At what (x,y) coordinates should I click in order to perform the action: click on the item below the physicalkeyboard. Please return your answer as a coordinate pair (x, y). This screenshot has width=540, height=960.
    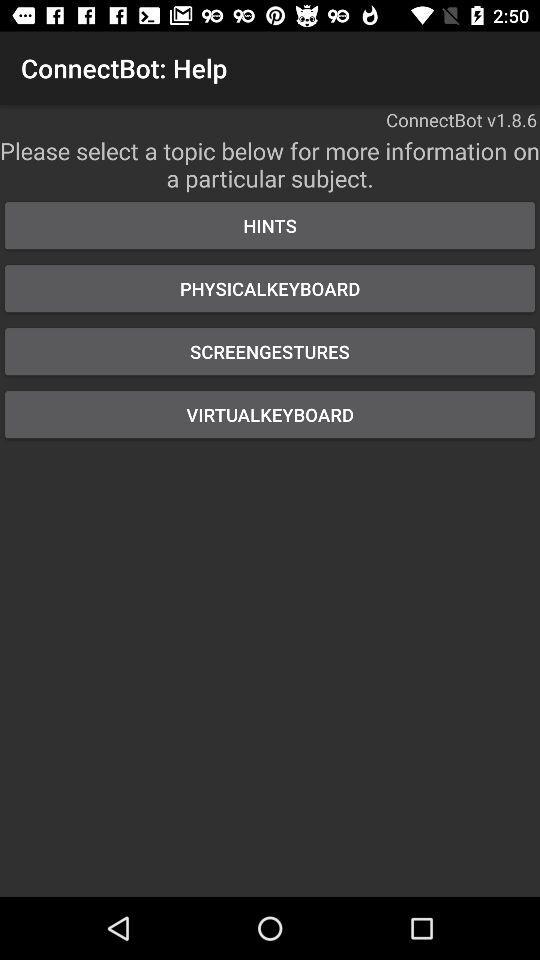
    Looking at the image, I should click on (270, 351).